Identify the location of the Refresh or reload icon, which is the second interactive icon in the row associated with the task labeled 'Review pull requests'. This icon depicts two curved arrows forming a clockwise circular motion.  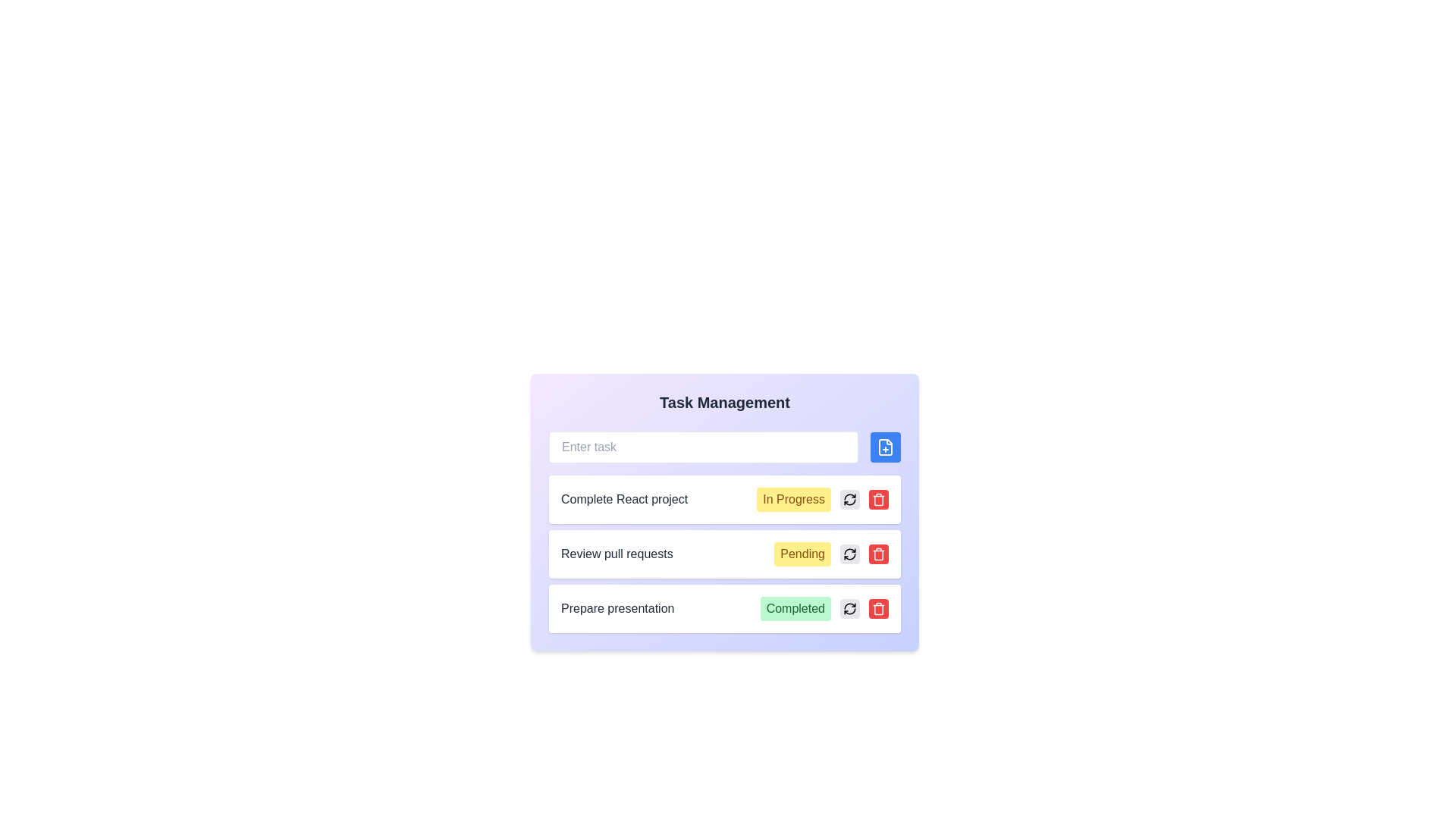
(850, 554).